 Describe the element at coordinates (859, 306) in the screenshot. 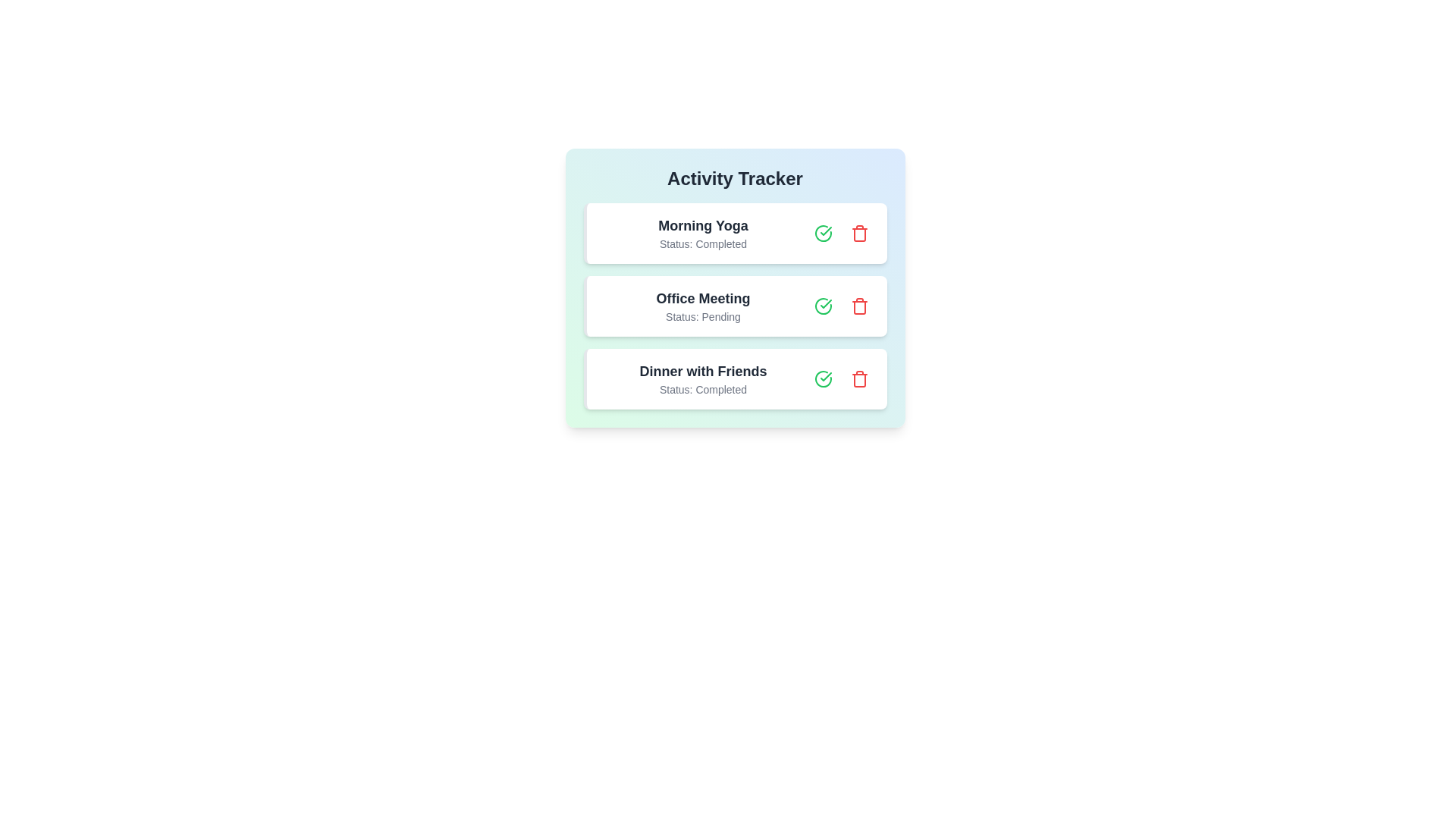

I see `trash can button to remove the activity Office Meeting` at that location.